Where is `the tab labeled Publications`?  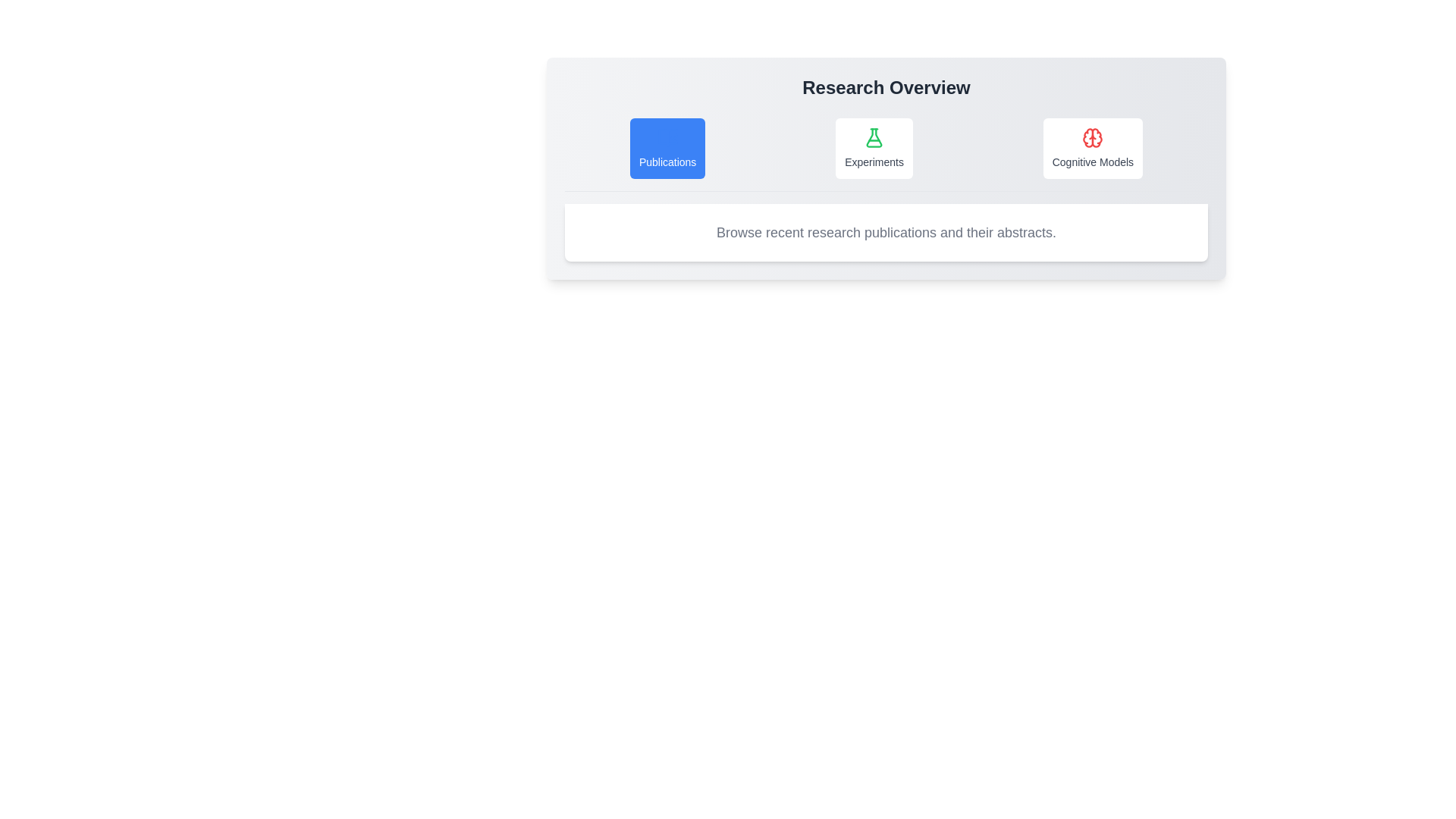 the tab labeled Publications is located at coordinates (667, 149).